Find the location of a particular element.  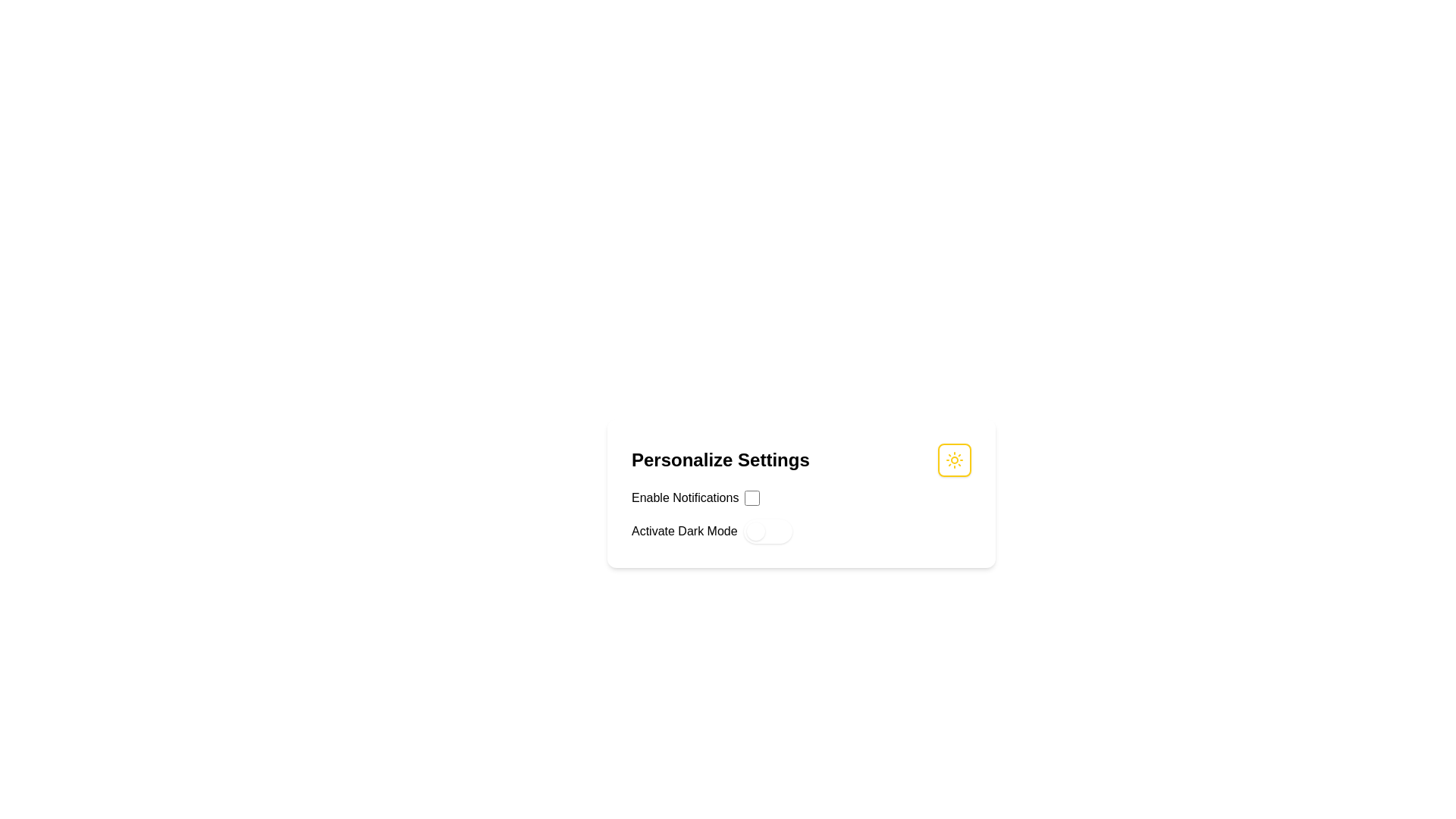

the toggle is located at coordinates (764, 531).